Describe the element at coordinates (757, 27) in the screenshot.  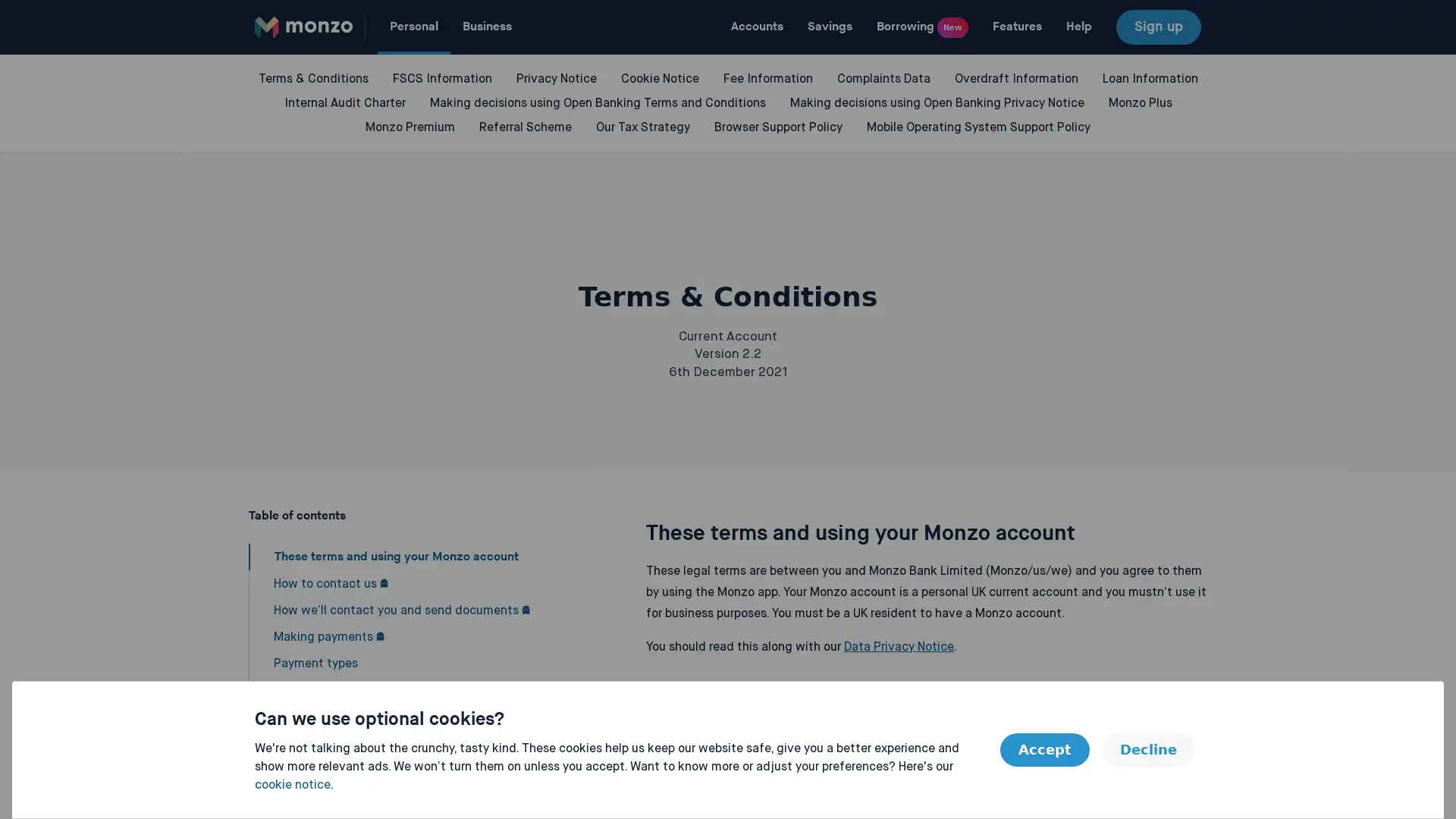
I see `Accounts` at that location.